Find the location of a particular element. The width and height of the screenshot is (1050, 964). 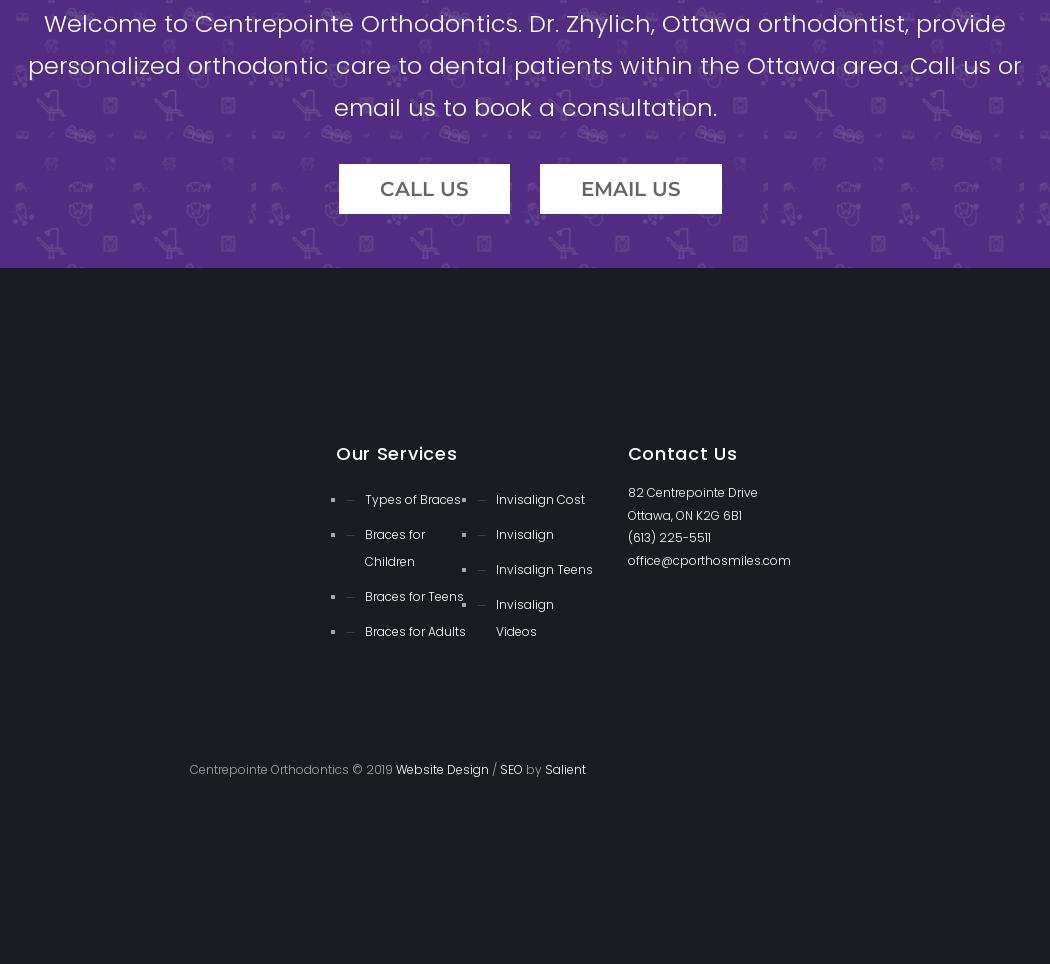

'Website Design' is located at coordinates (441, 768).